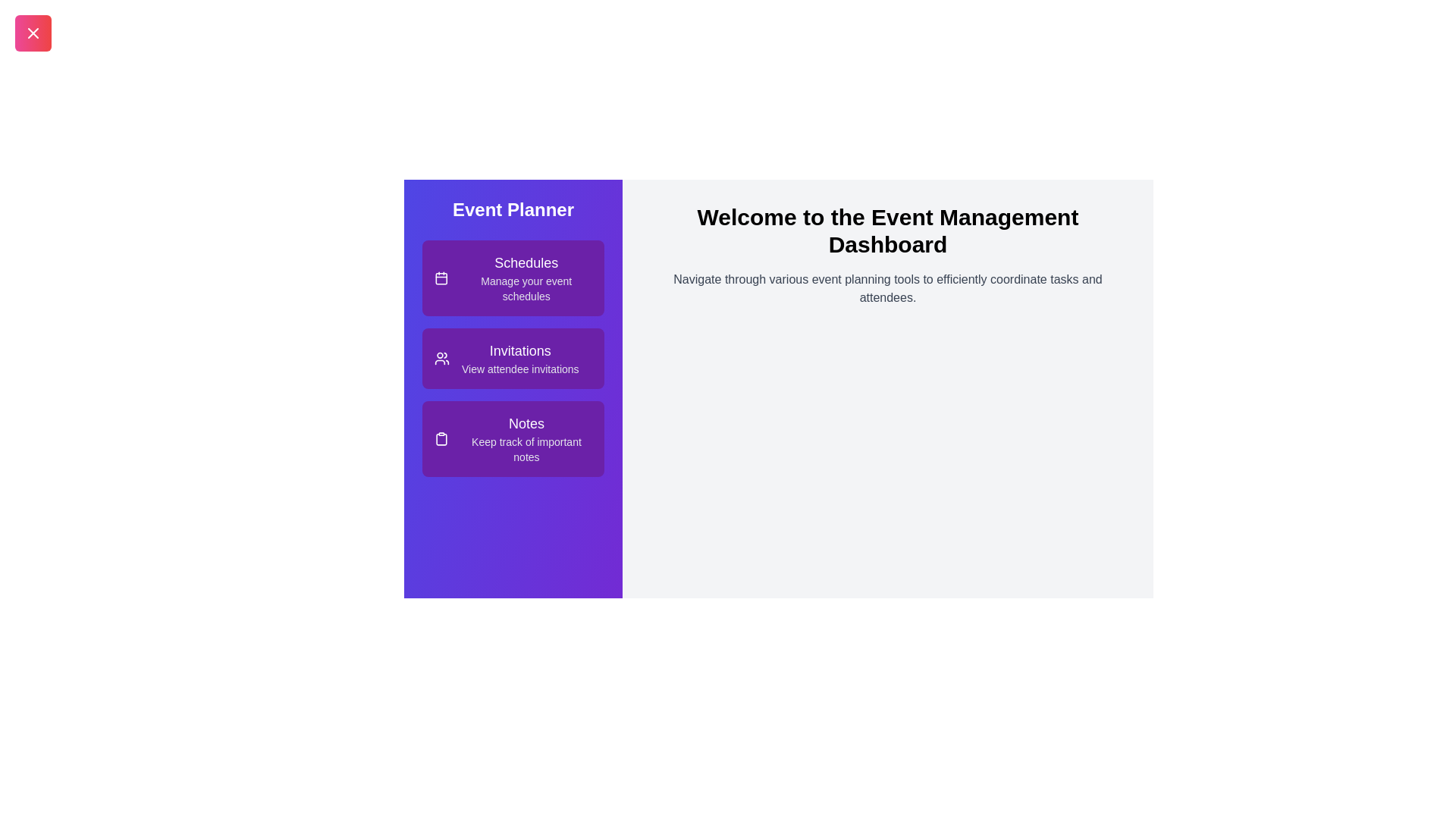 This screenshot has width=1456, height=819. I want to click on the 'Schedules' item in the EventPlannerDrawer component, so click(513, 278).